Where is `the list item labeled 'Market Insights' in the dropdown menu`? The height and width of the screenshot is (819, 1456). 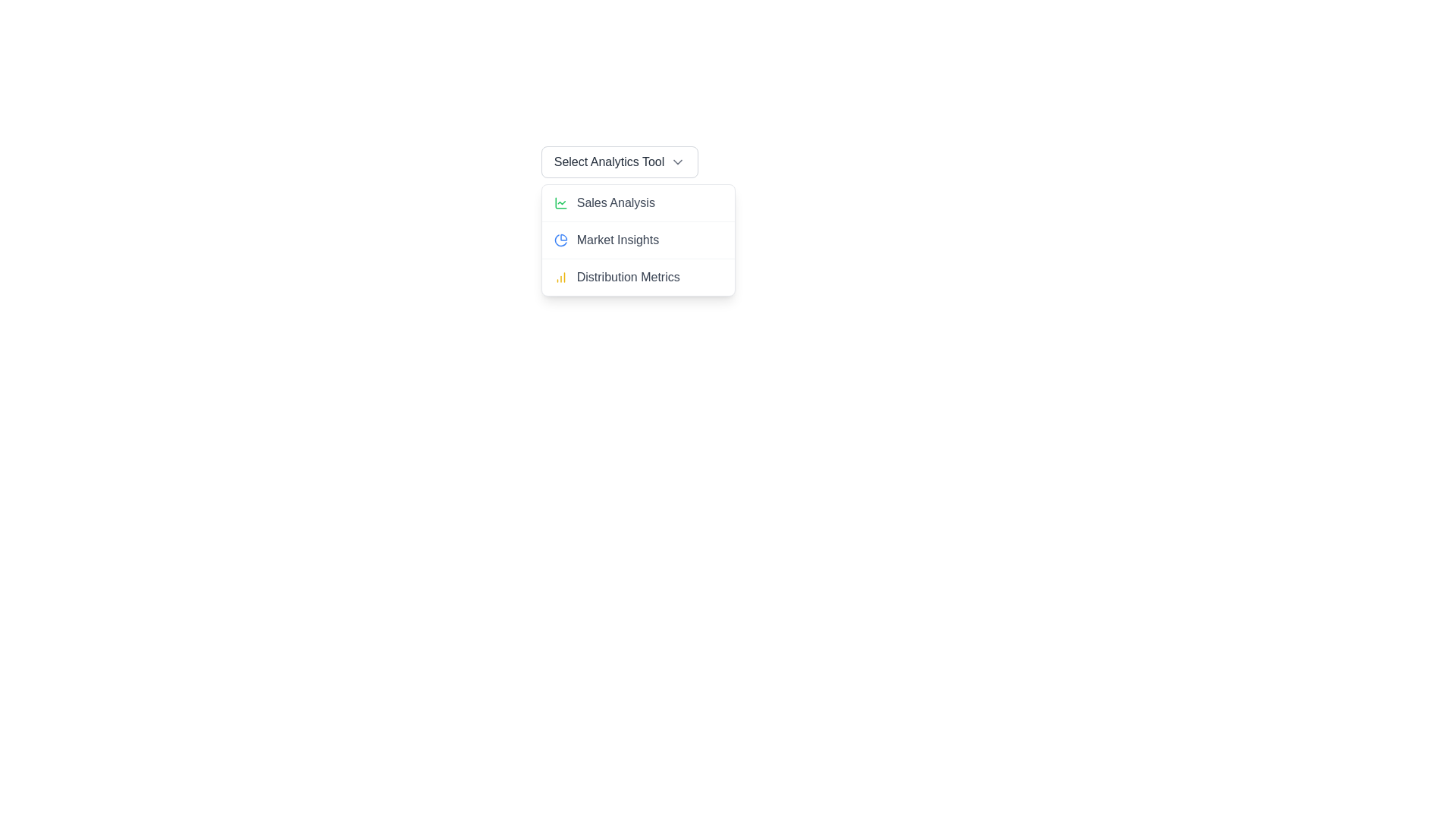 the list item labeled 'Market Insights' in the dropdown menu is located at coordinates (638, 239).